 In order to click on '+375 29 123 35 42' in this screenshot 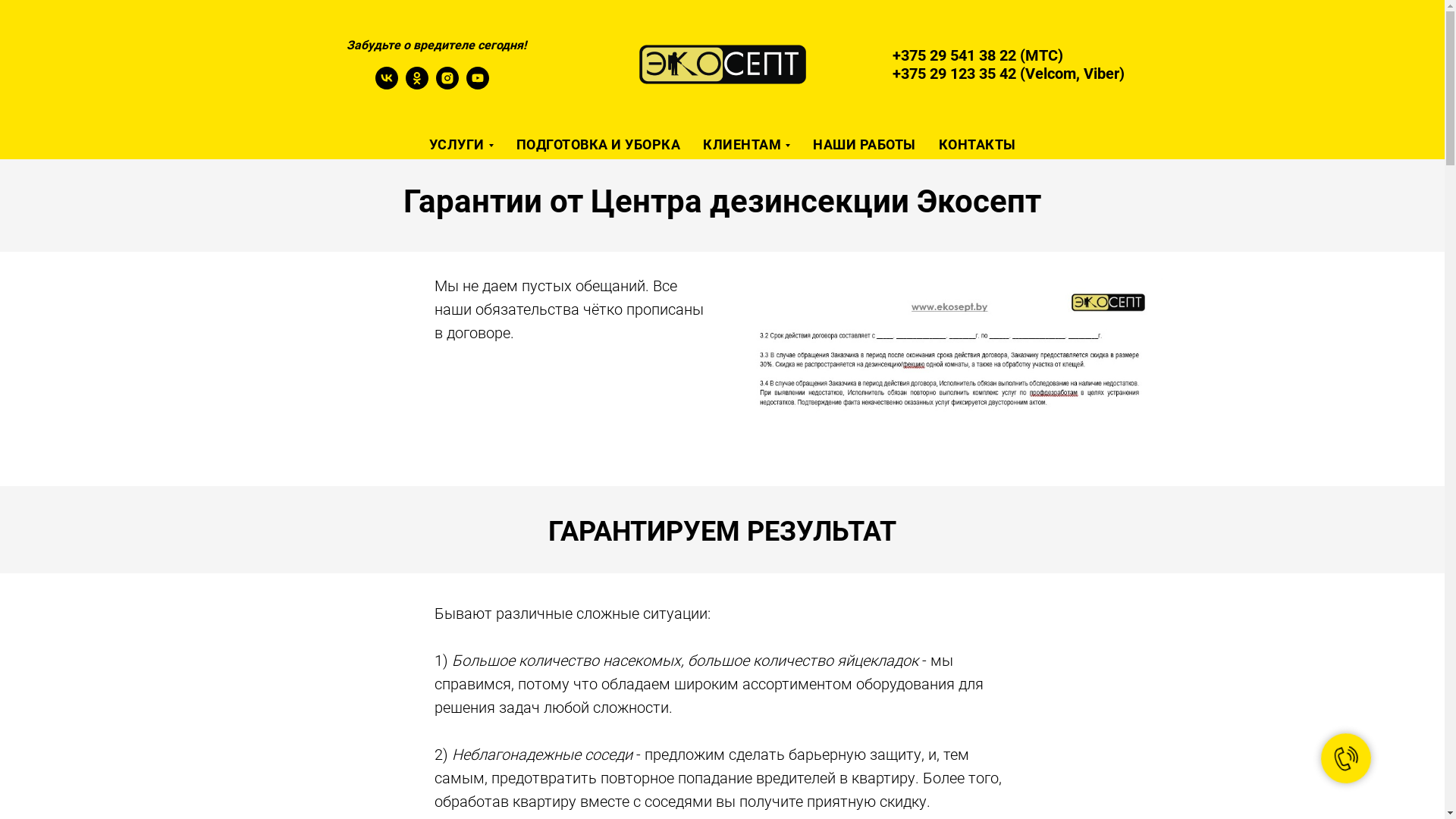, I will do `click(892, 73)`.